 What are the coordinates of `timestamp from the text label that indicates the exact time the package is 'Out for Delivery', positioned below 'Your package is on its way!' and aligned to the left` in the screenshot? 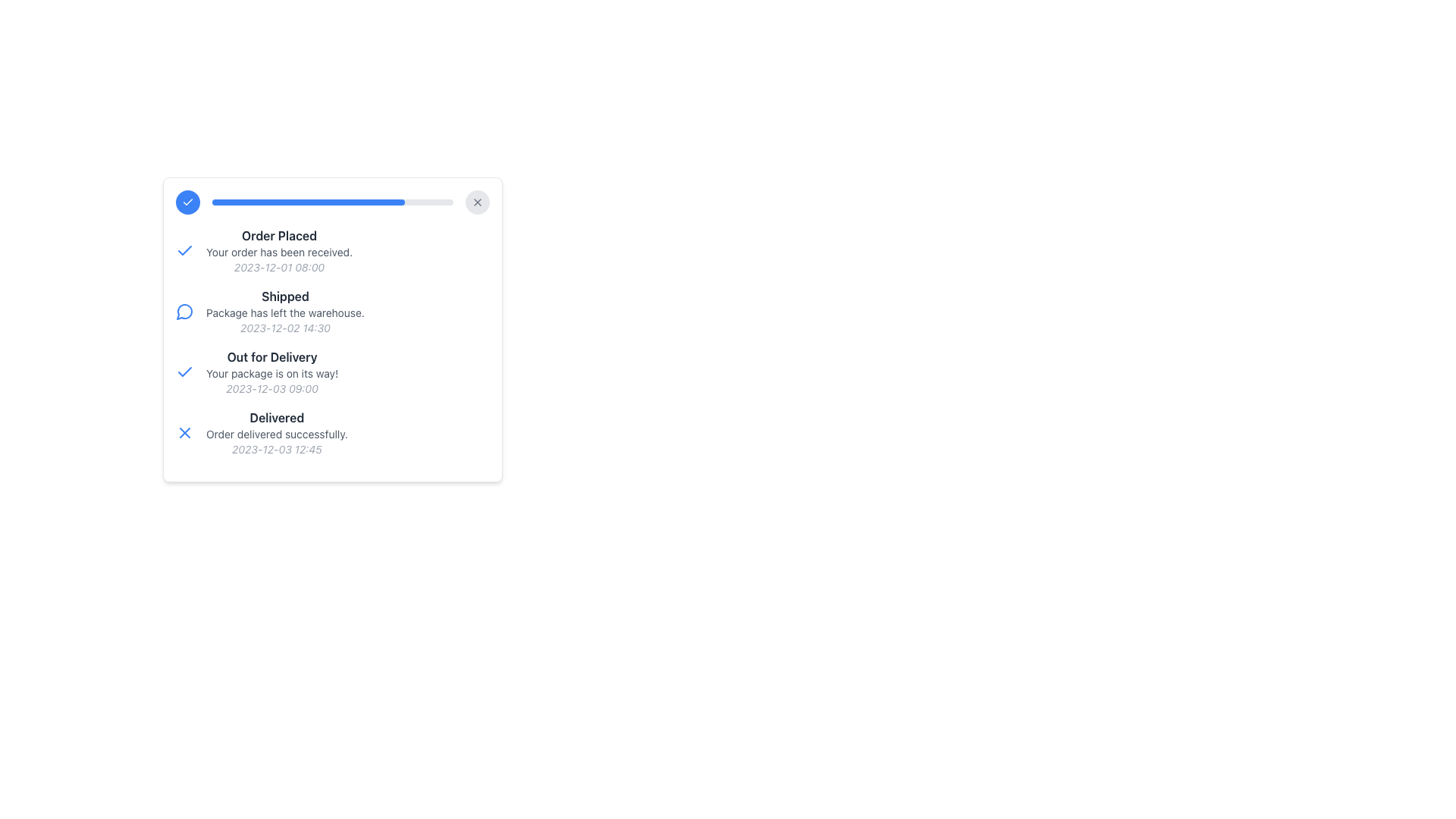 It's located at (272, 388).